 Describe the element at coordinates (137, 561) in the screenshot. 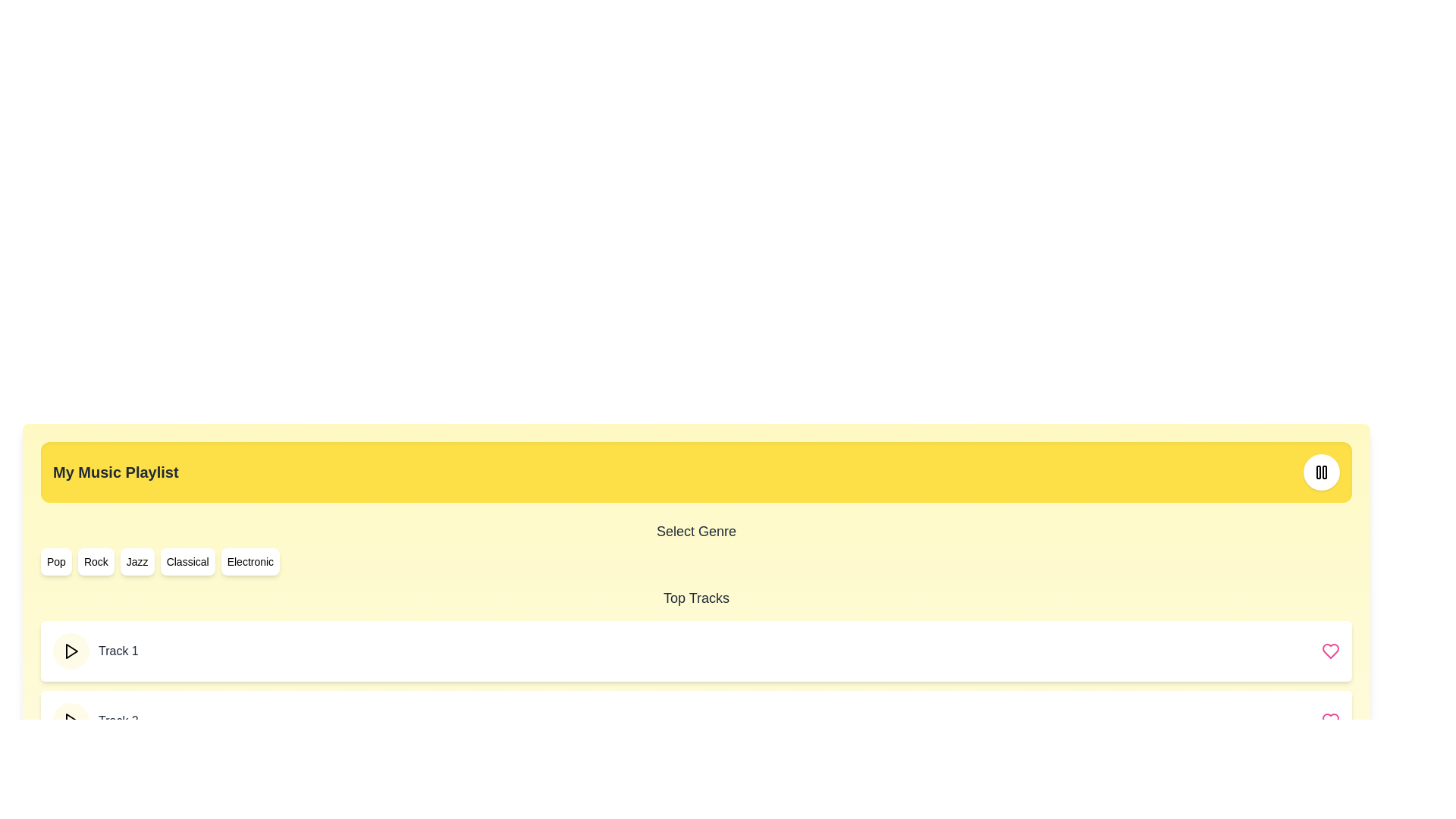

I see `the 'Jazz' button, which is the third button in the horizontal list under 'My Music Playlist', to change its background color to light yellow` at that location.